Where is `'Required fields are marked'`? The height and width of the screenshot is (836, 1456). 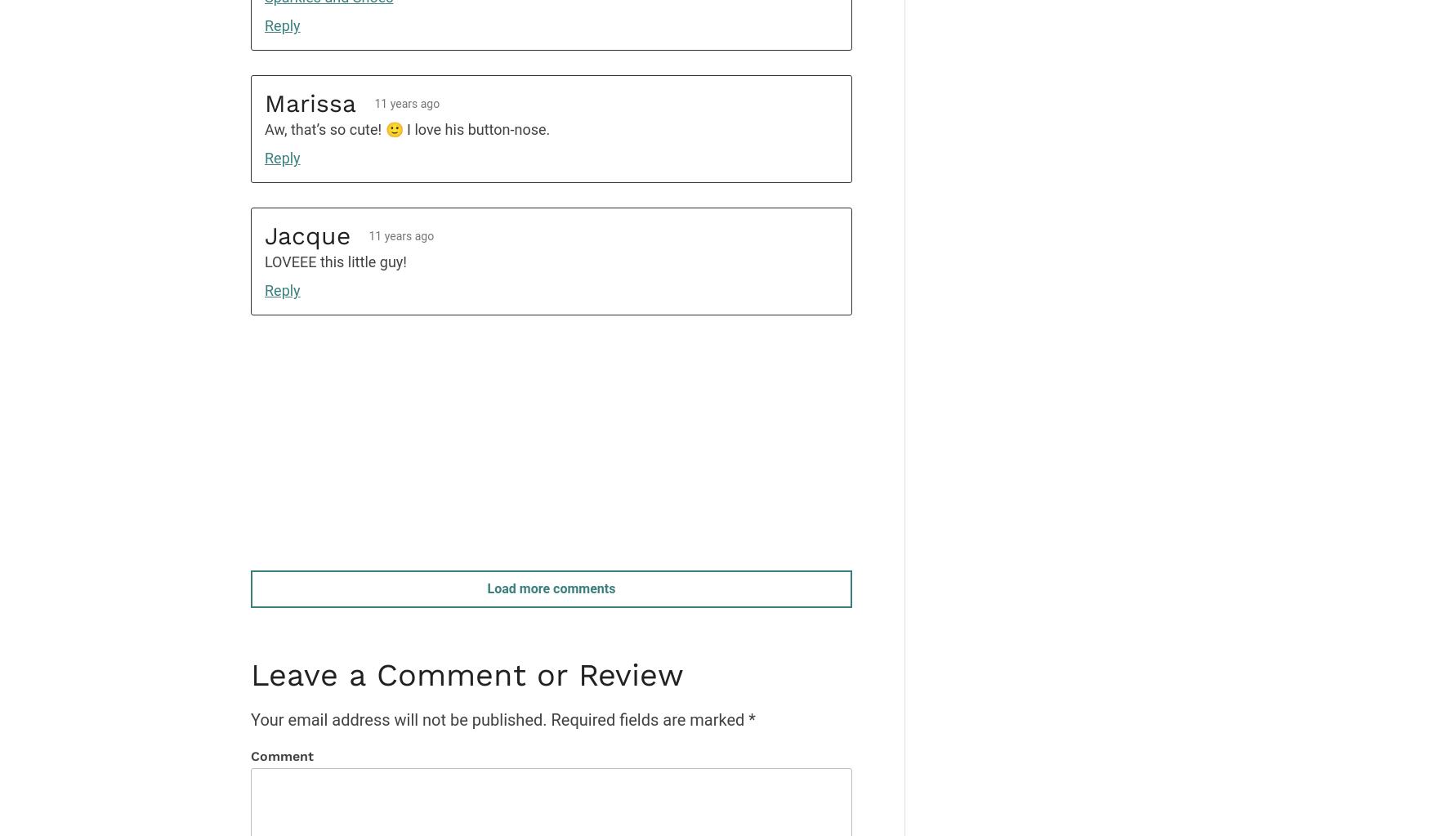
'Required fields are marked' is located at coordinates (647, 718).